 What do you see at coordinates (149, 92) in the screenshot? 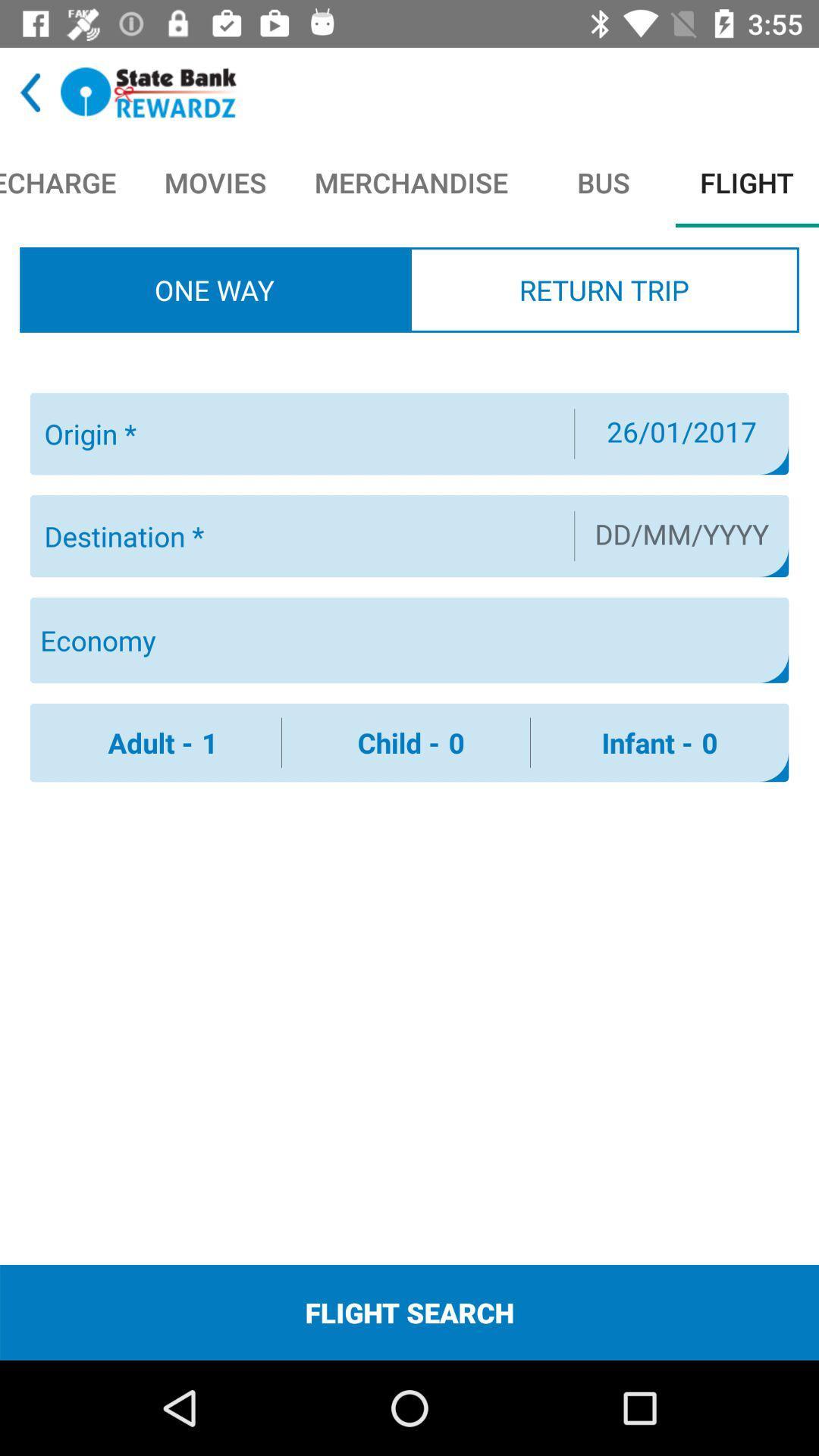
I see `click on logo` at bounding box center [149, 92].